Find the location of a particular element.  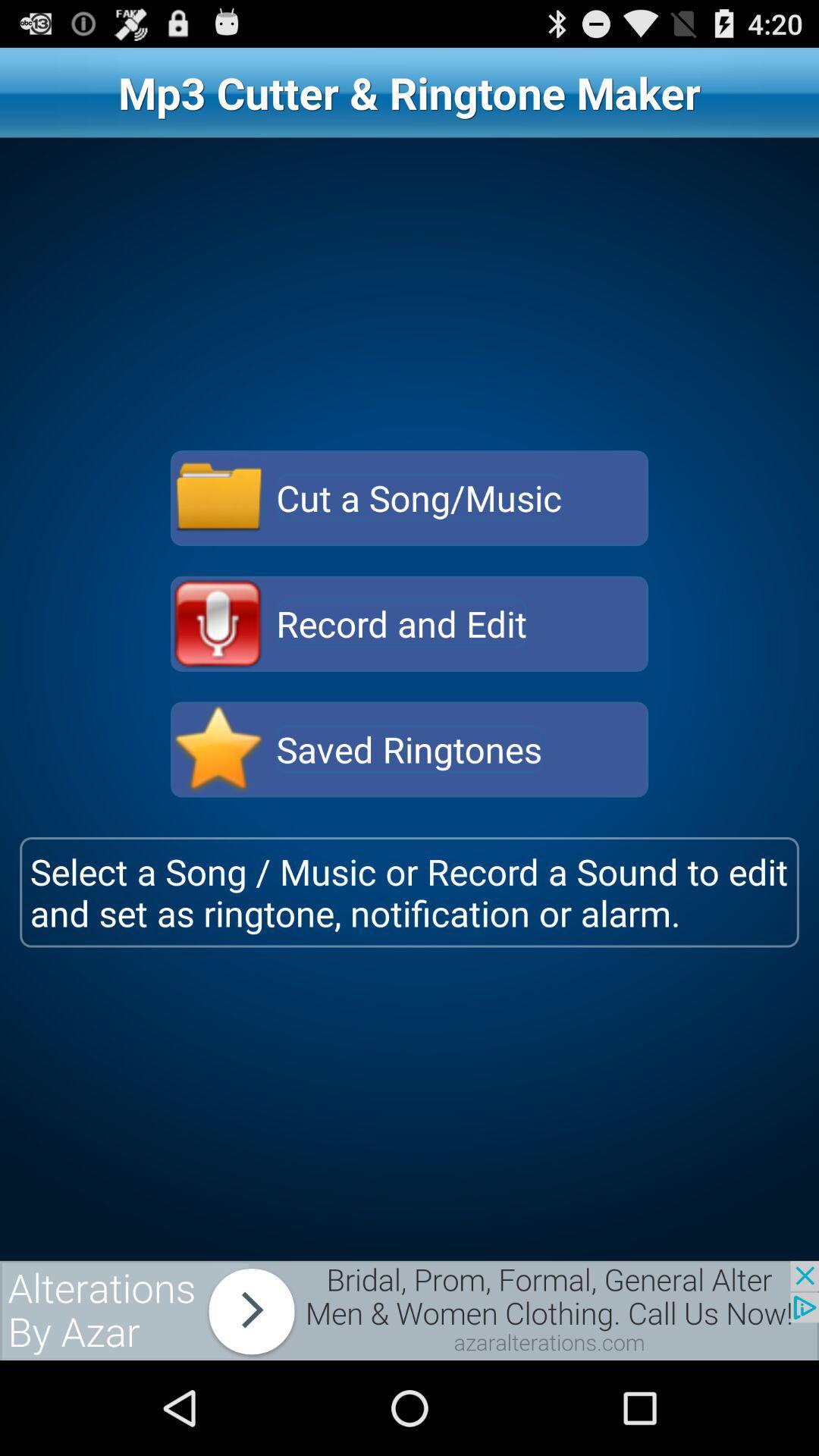

advertisement is located at coordinates (409, 1310).